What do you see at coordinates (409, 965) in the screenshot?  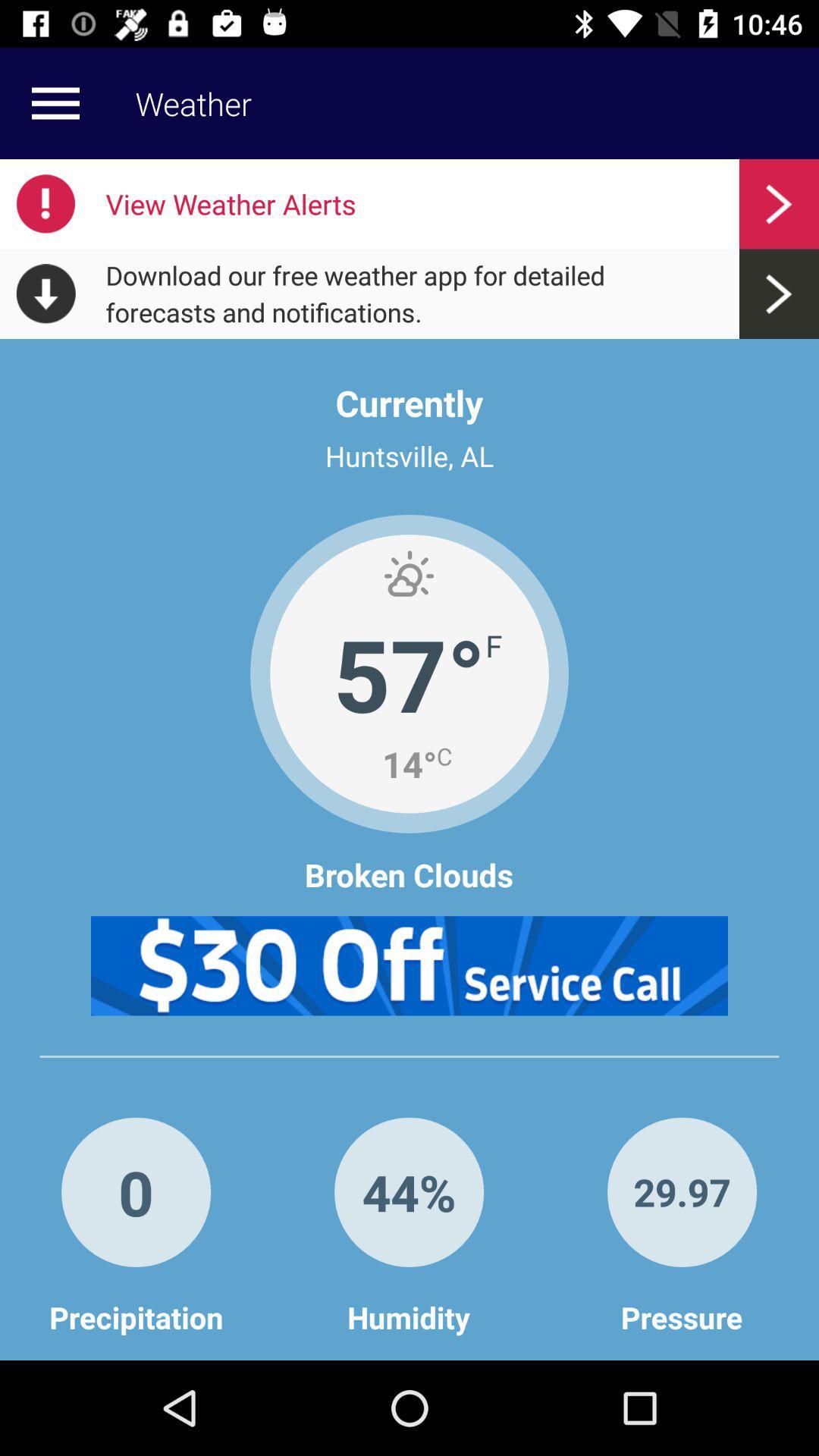 I see `click advertisement` at bounding box center [409, 965].